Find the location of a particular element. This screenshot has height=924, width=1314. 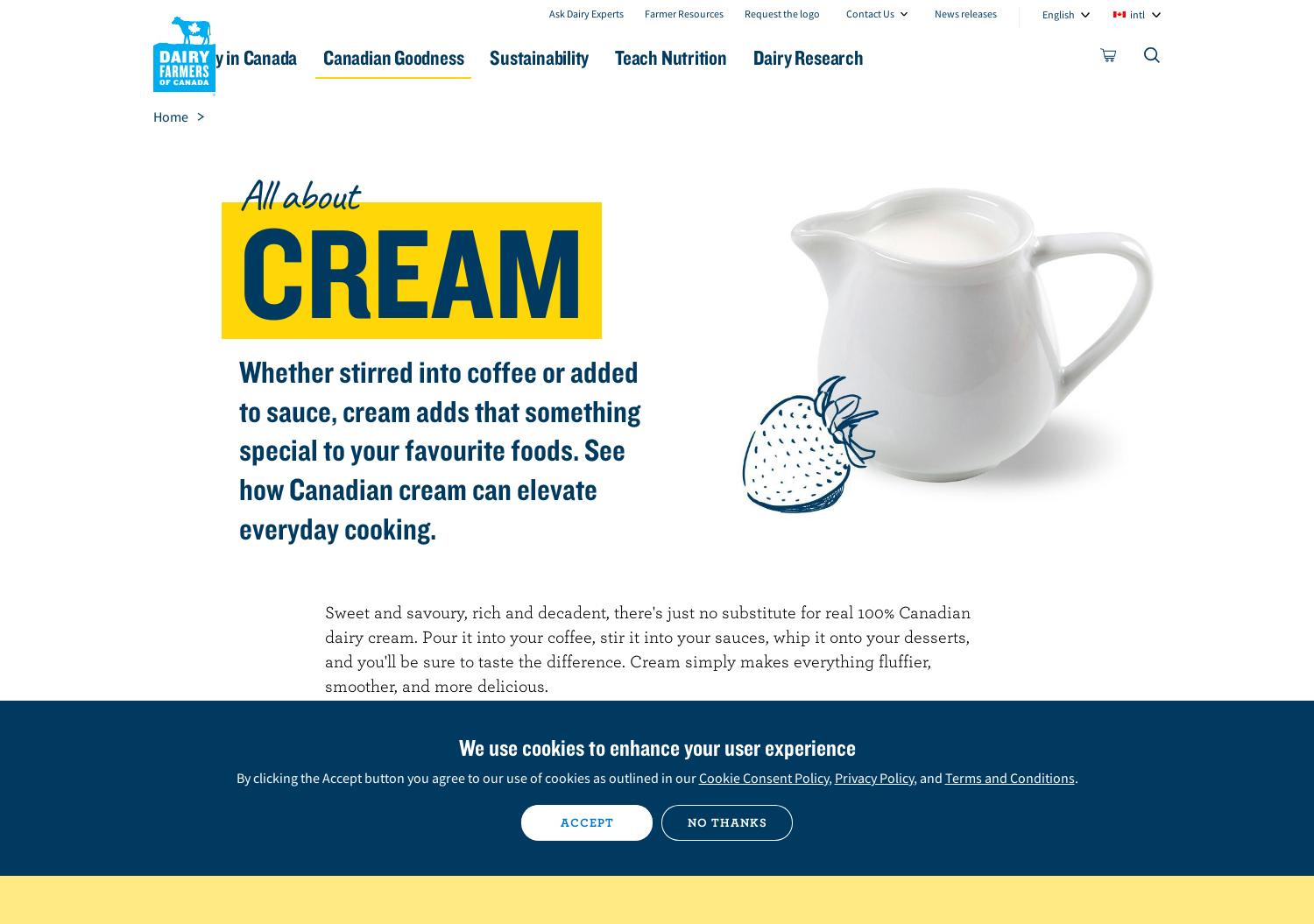

'By clicking the Accept button you agree to our use of cookies as outlined in our' is located at coordinates (466, 776).